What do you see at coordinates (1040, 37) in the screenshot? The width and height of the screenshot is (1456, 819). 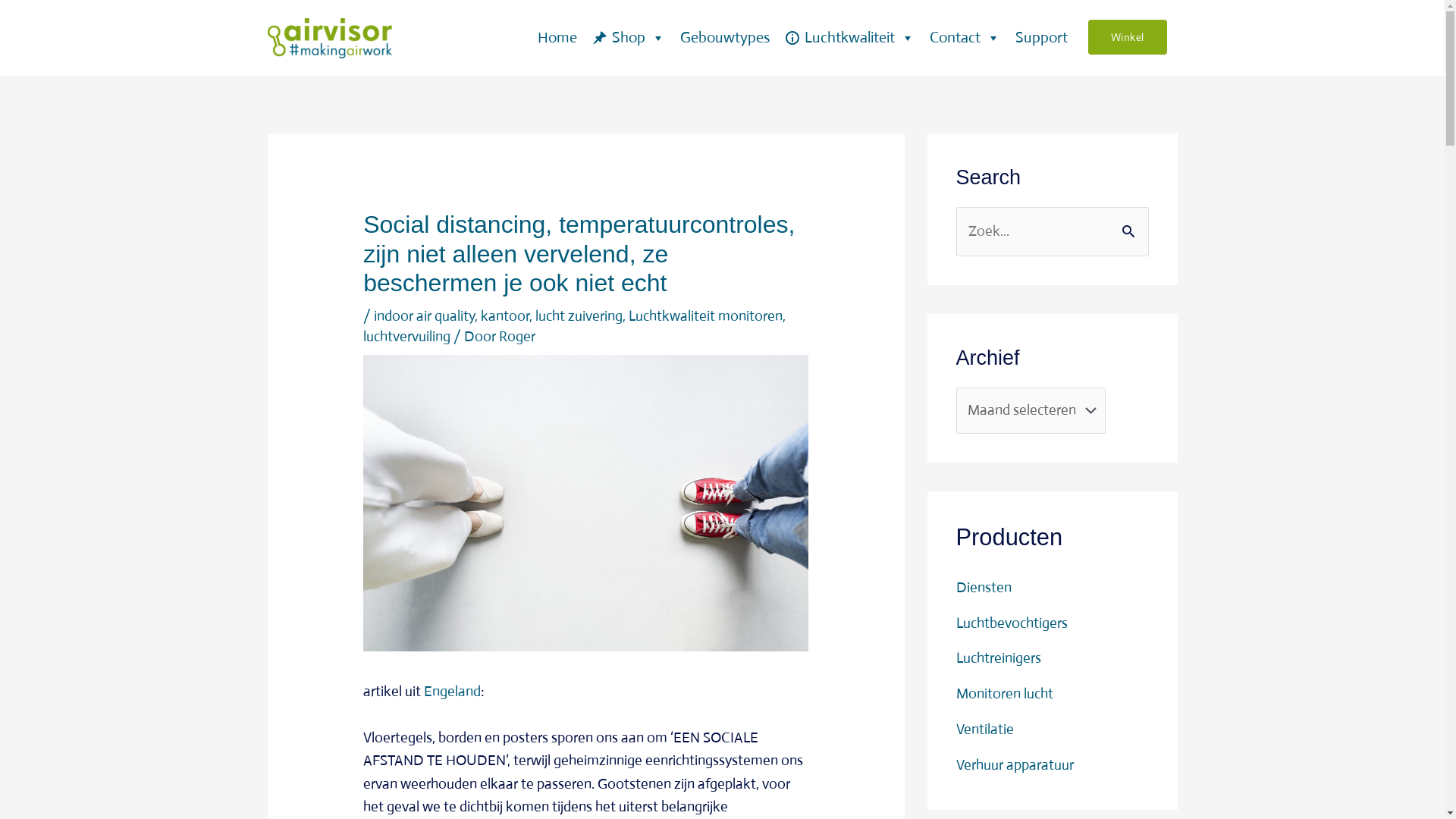 I see `'Support'` at bounding box center [1040, 37].